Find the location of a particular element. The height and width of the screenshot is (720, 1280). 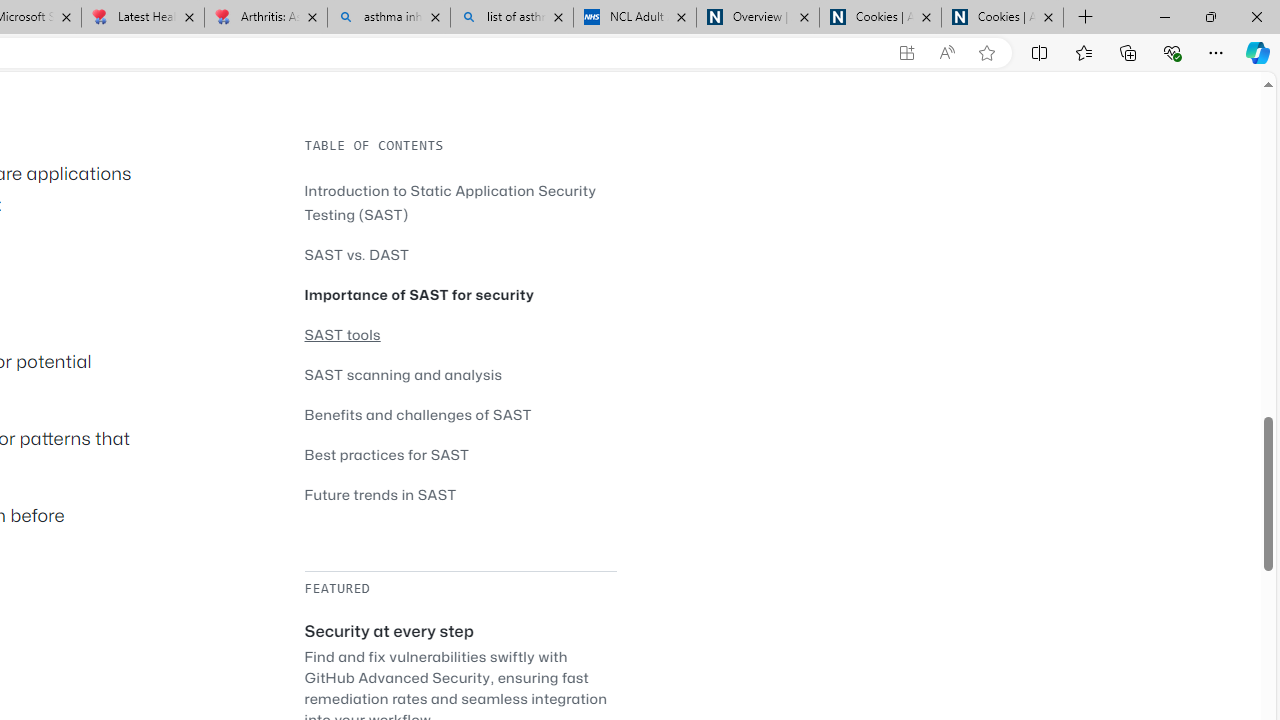

'Introduction to Static Application Security Testing (SAST)' is located at coordinates (449, 202).